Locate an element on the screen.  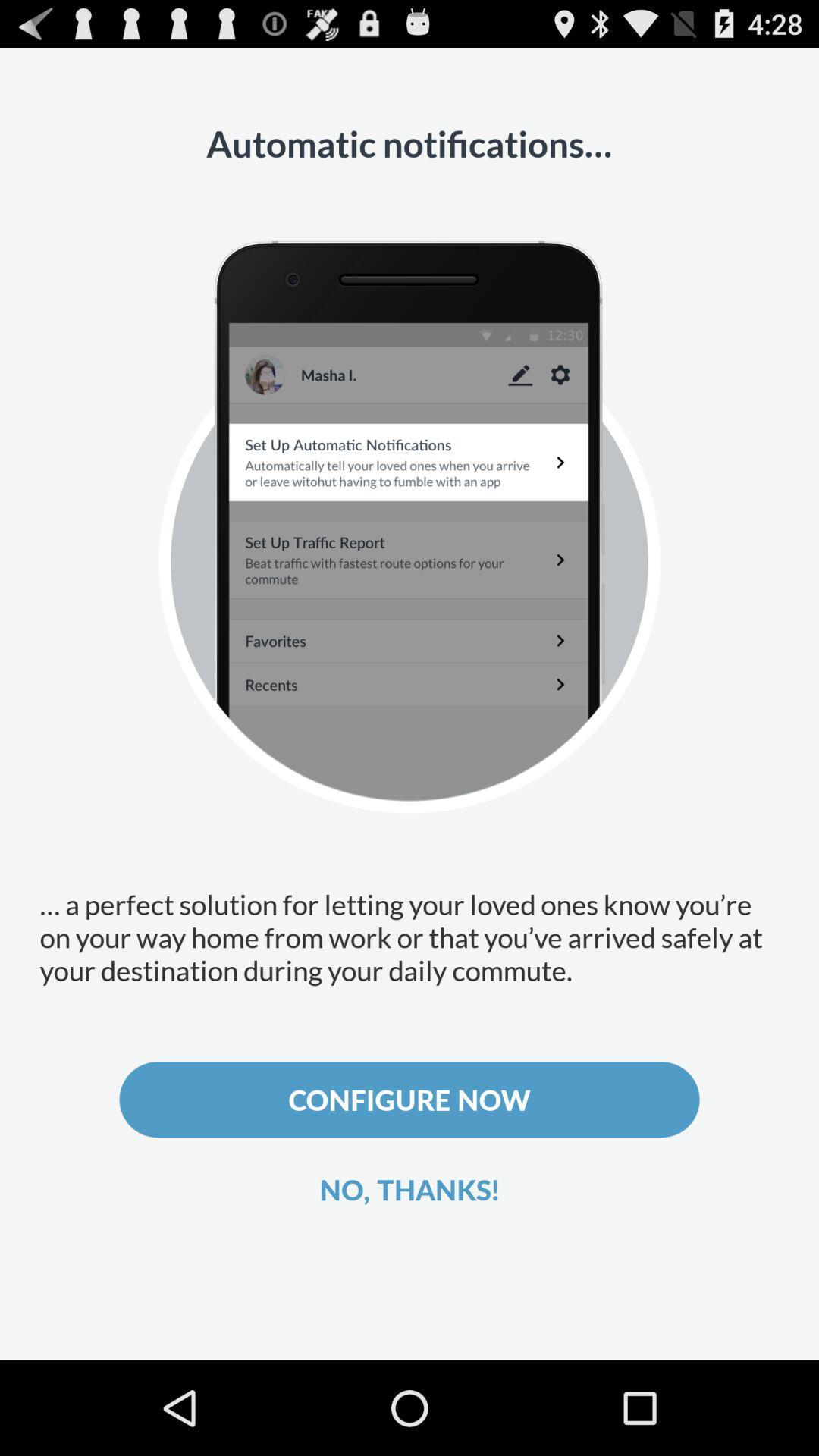
icon below the a perfect solution is located at coordinates (409, 1100).